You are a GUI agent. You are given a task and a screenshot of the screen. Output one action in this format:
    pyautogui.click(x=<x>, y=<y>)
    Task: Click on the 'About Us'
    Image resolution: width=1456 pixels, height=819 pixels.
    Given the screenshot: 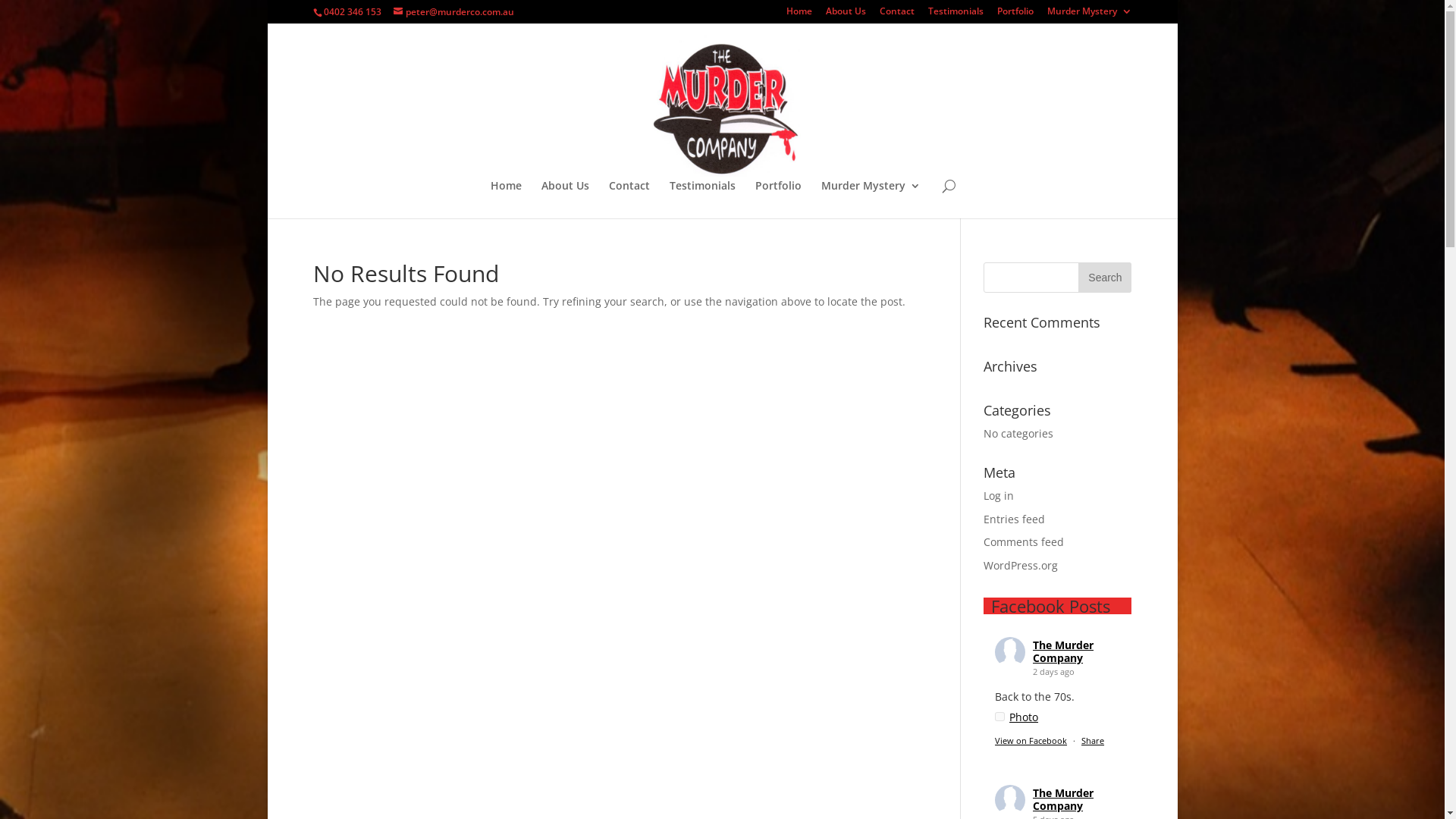 What is the action you would take?
    pyautogui.click(x=564, y=198)
    